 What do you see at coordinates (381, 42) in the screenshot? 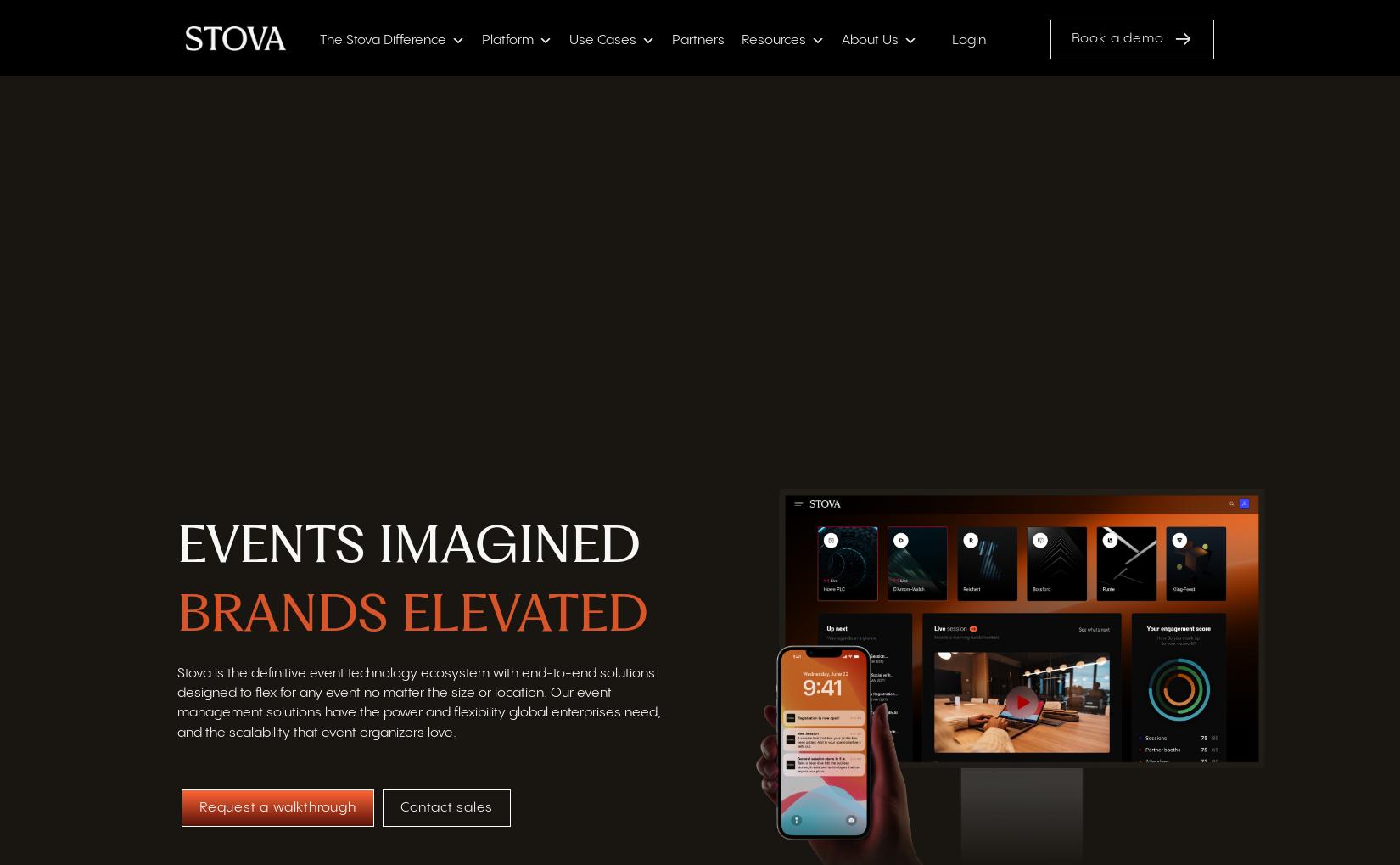
I see `'The Stova Difference'` at bounding box center [381, 42].